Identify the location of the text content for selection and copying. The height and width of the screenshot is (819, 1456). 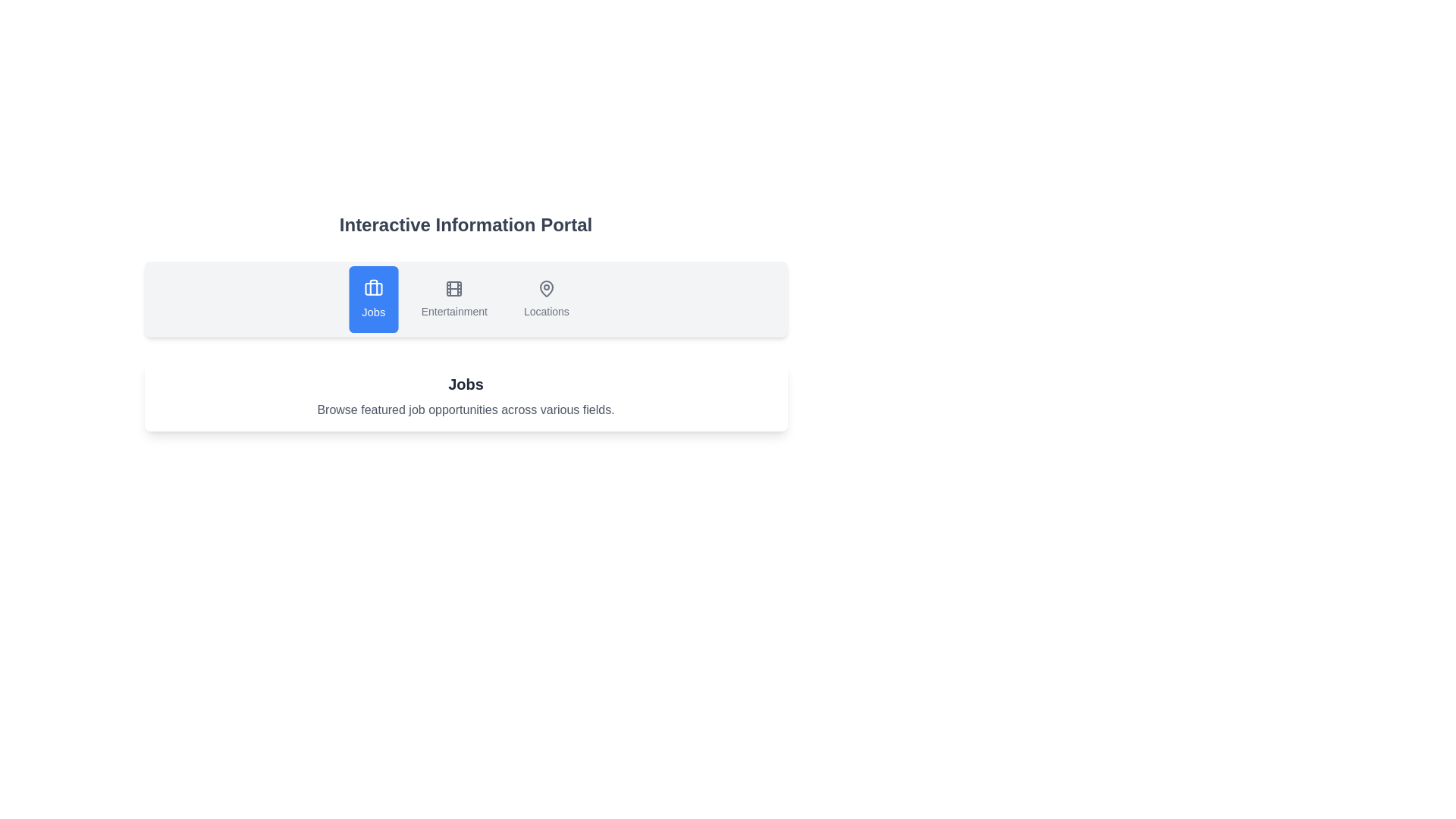
(156, 374).